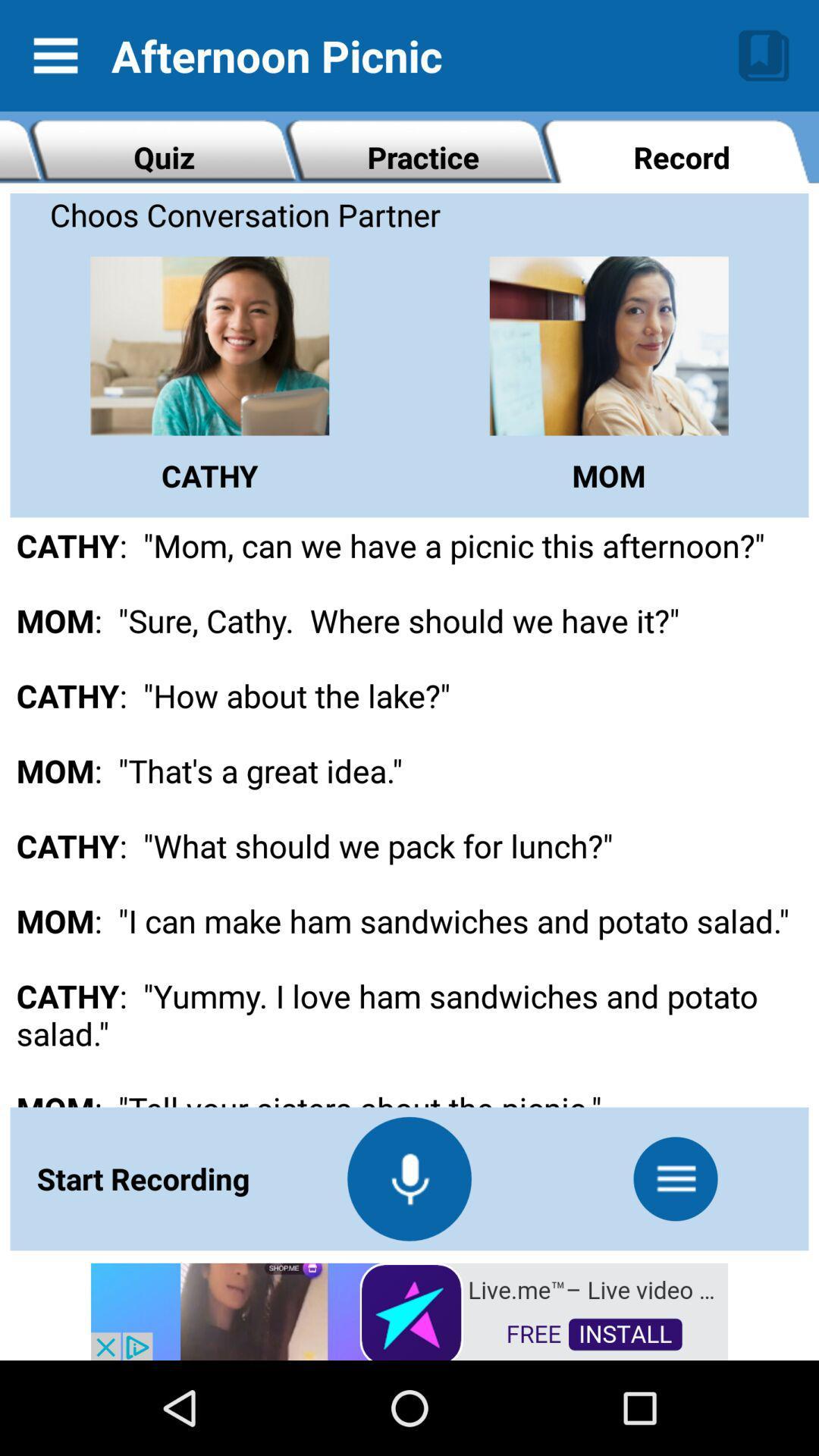 Image resolution: width=819 pixels, height=1456 pixels. What do you see at coordinates (409, 1178) in the screenshot?
I see `recorder icon` at bounding box center [409, 1178].